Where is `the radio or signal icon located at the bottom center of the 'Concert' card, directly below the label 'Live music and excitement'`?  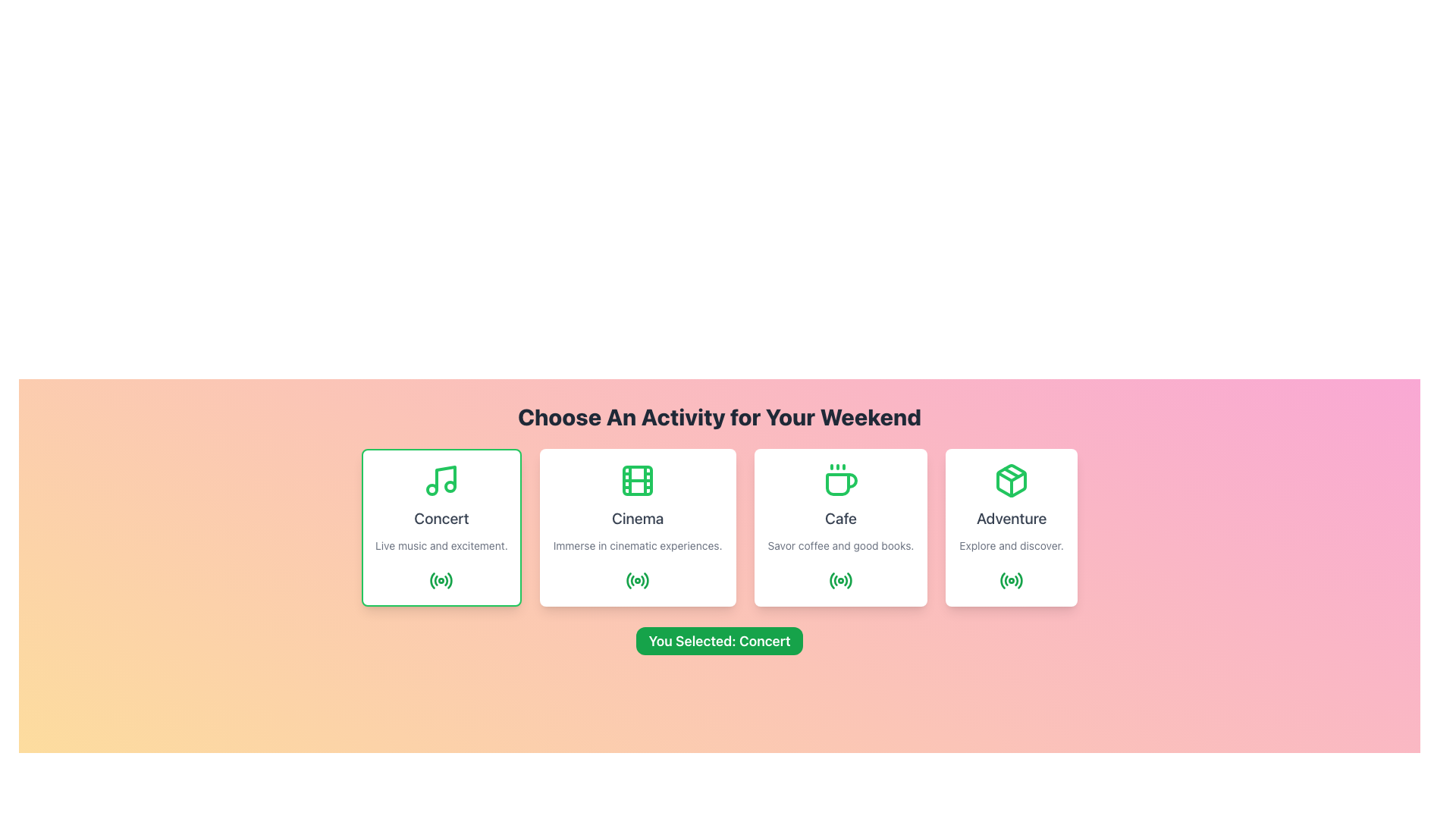 the radio or signal icon located at the bottom center of the 'Concert' card, directly below the label 'Live music and excitement' is located at coordinates (441, 580).